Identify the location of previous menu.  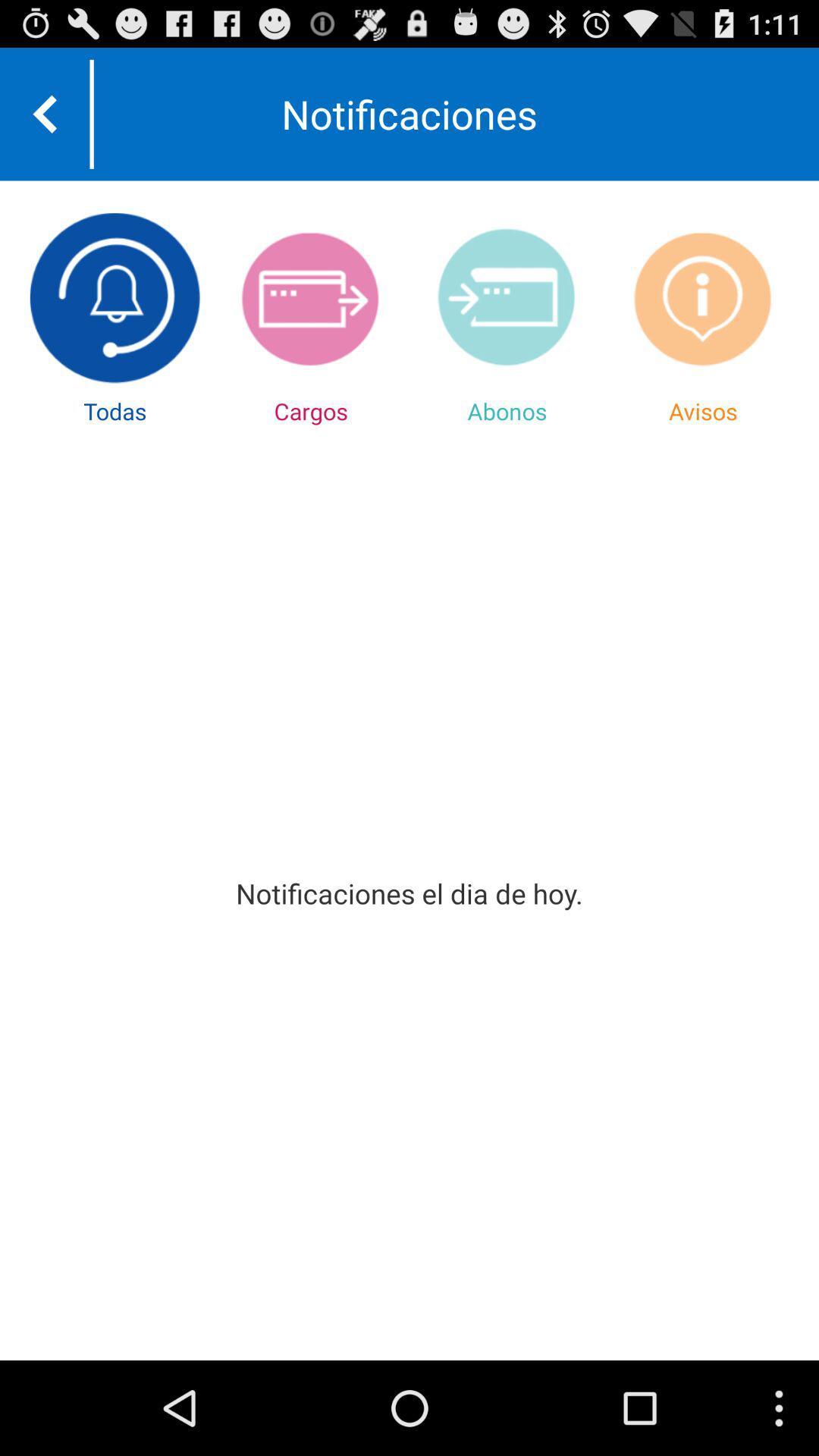
(44, 113).